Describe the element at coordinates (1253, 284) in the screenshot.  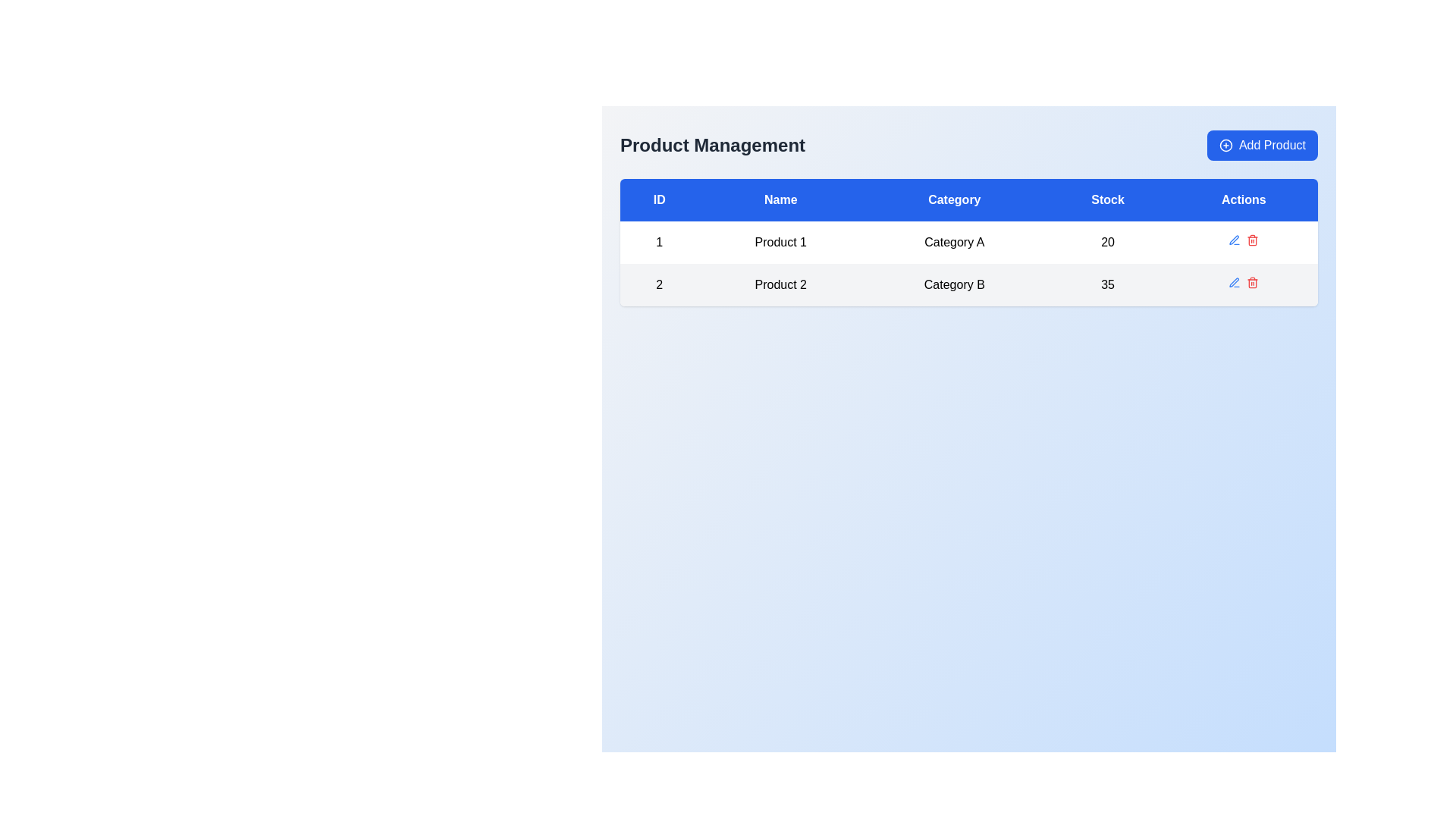
I see `the trash bin icon located in the 'Actions' column of the second row in the data table` at that location.